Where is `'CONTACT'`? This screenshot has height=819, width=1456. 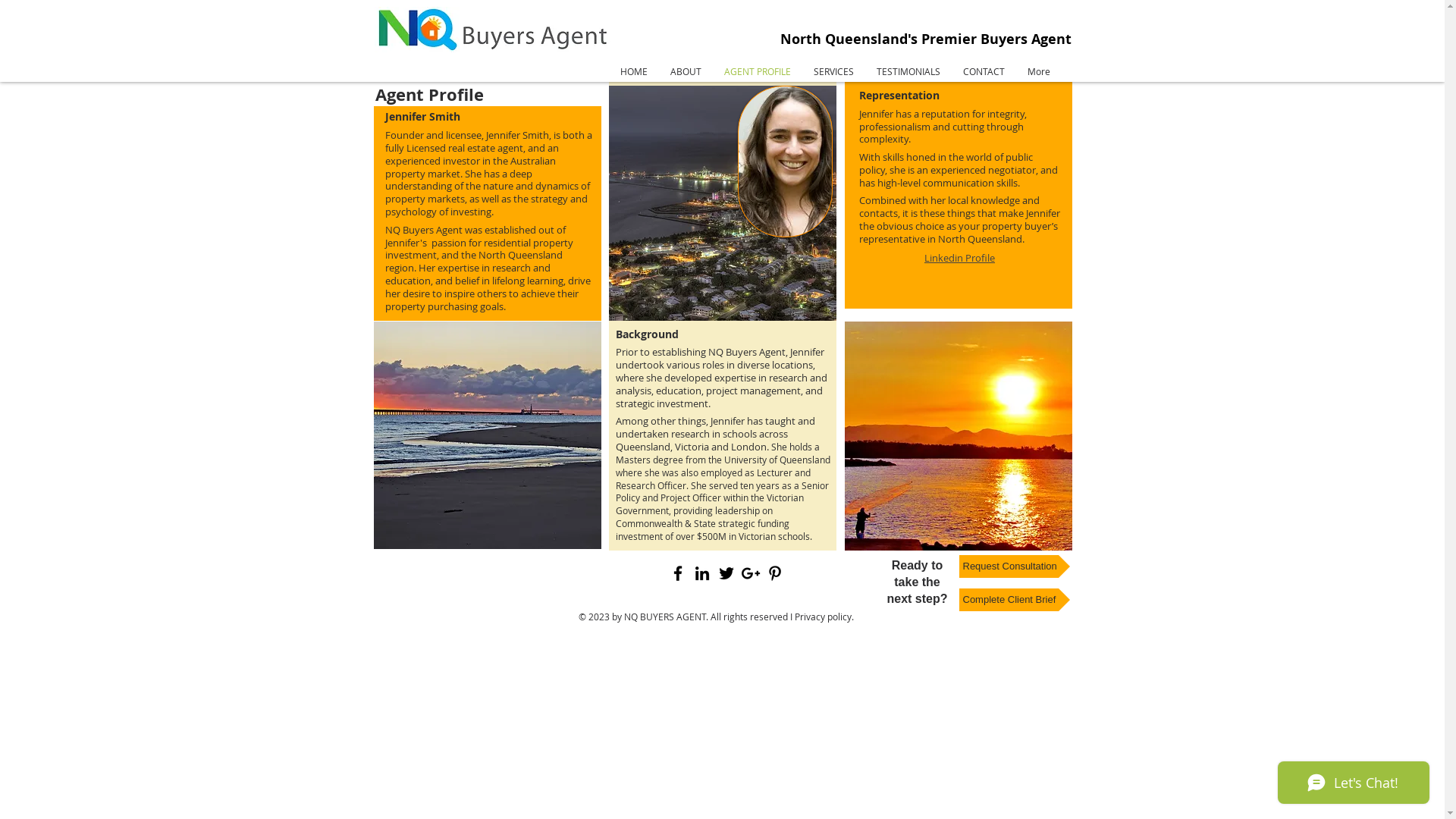 'CONTACT' is located at coordinates (983, 71).